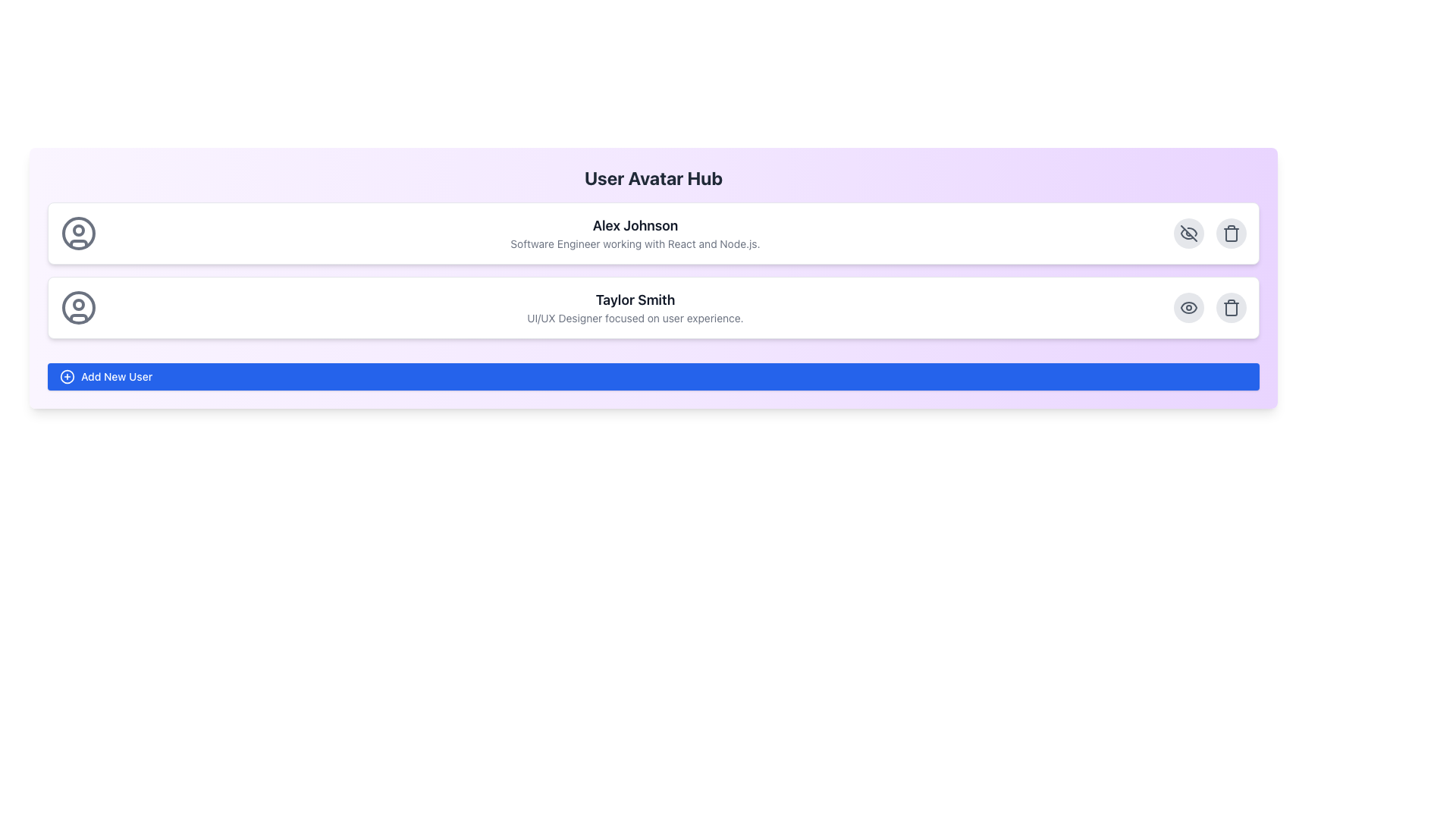 Image resolution: width=1456 pixels, height=819 pixels. I want to click on the circular button with a light gray background and a trash bin icon, located in the upper-right portion of the profile card of 'Alex Johnson', so click(1231, 234).